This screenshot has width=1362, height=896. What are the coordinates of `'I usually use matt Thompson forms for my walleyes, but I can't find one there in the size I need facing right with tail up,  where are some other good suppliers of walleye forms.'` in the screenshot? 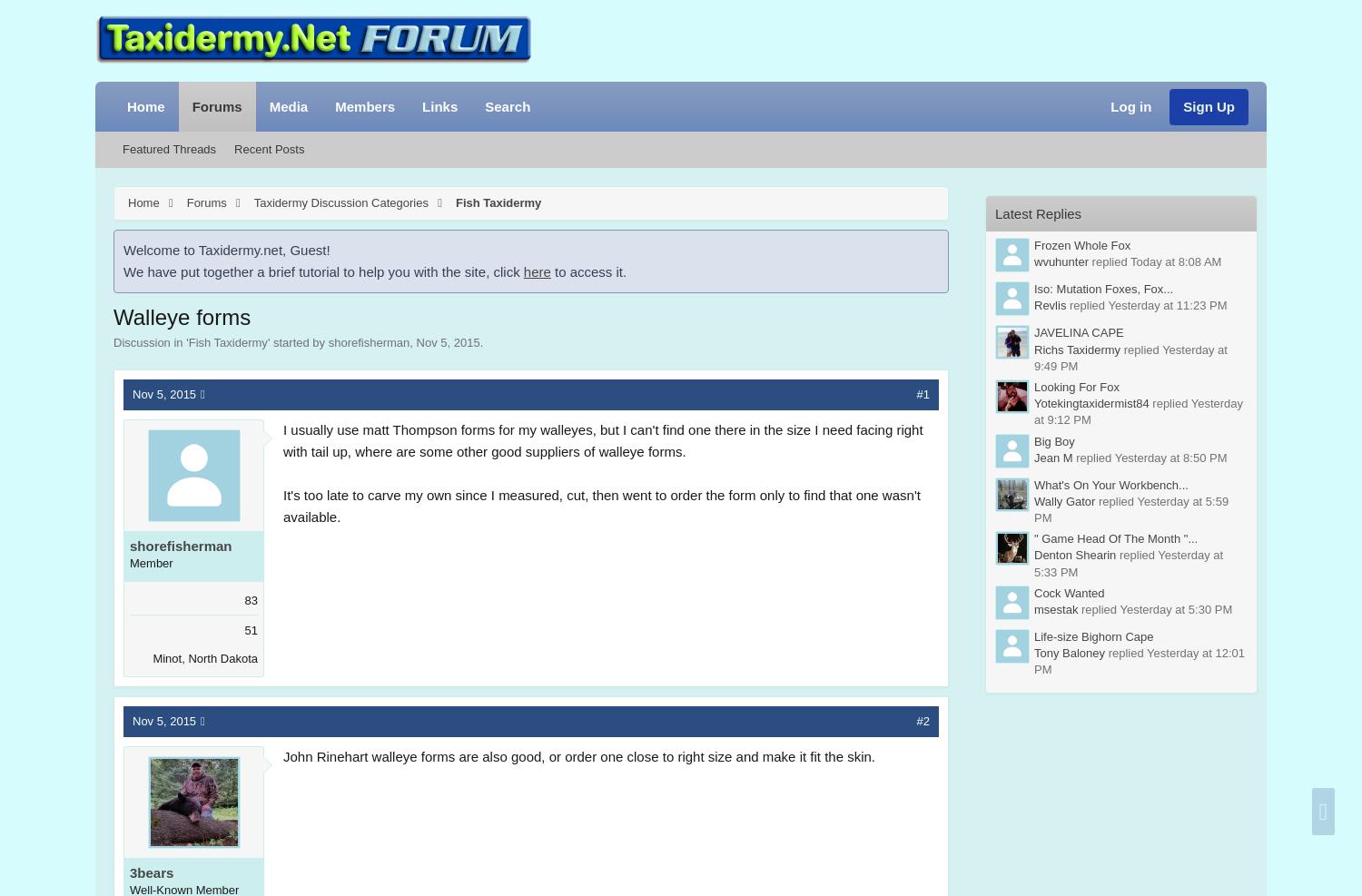 It's located at (603, 438).